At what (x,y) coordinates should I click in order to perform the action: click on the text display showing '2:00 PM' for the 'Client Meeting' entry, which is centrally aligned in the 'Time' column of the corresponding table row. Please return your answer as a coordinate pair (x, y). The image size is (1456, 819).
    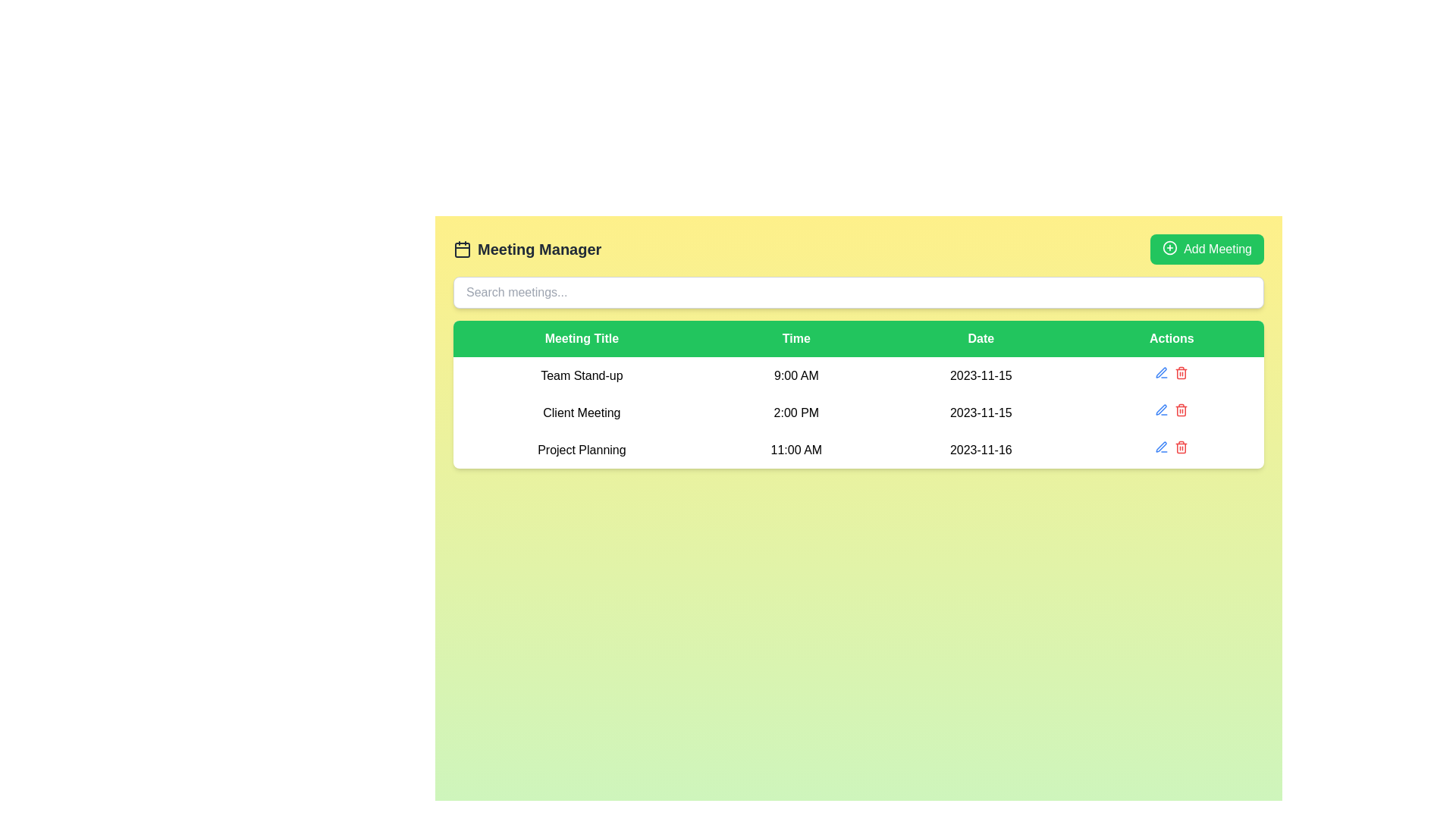
    Looking at the image, I should click on (795, 413).